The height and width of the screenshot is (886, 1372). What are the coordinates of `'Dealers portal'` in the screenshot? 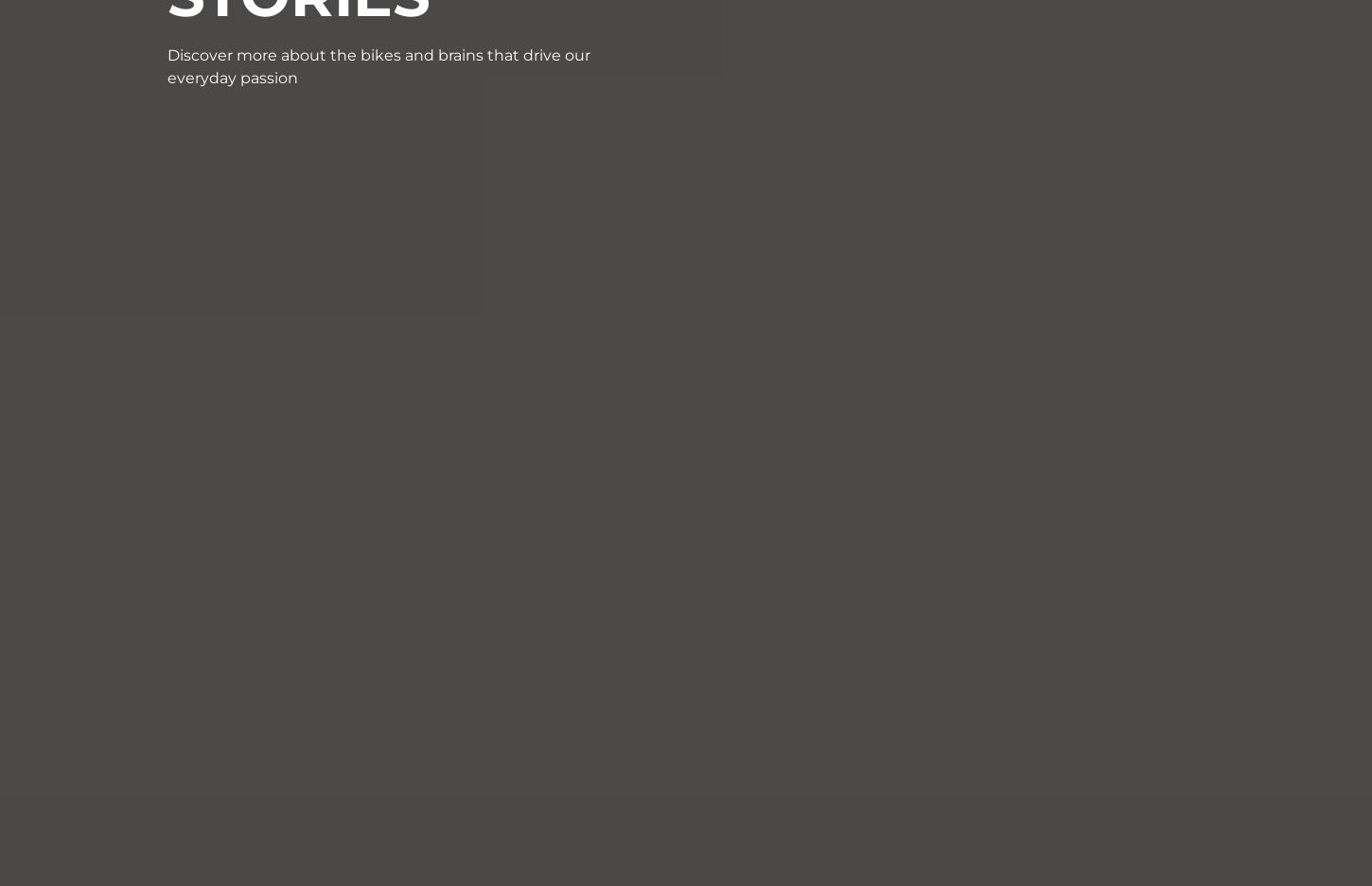 It's located at (966, 615).